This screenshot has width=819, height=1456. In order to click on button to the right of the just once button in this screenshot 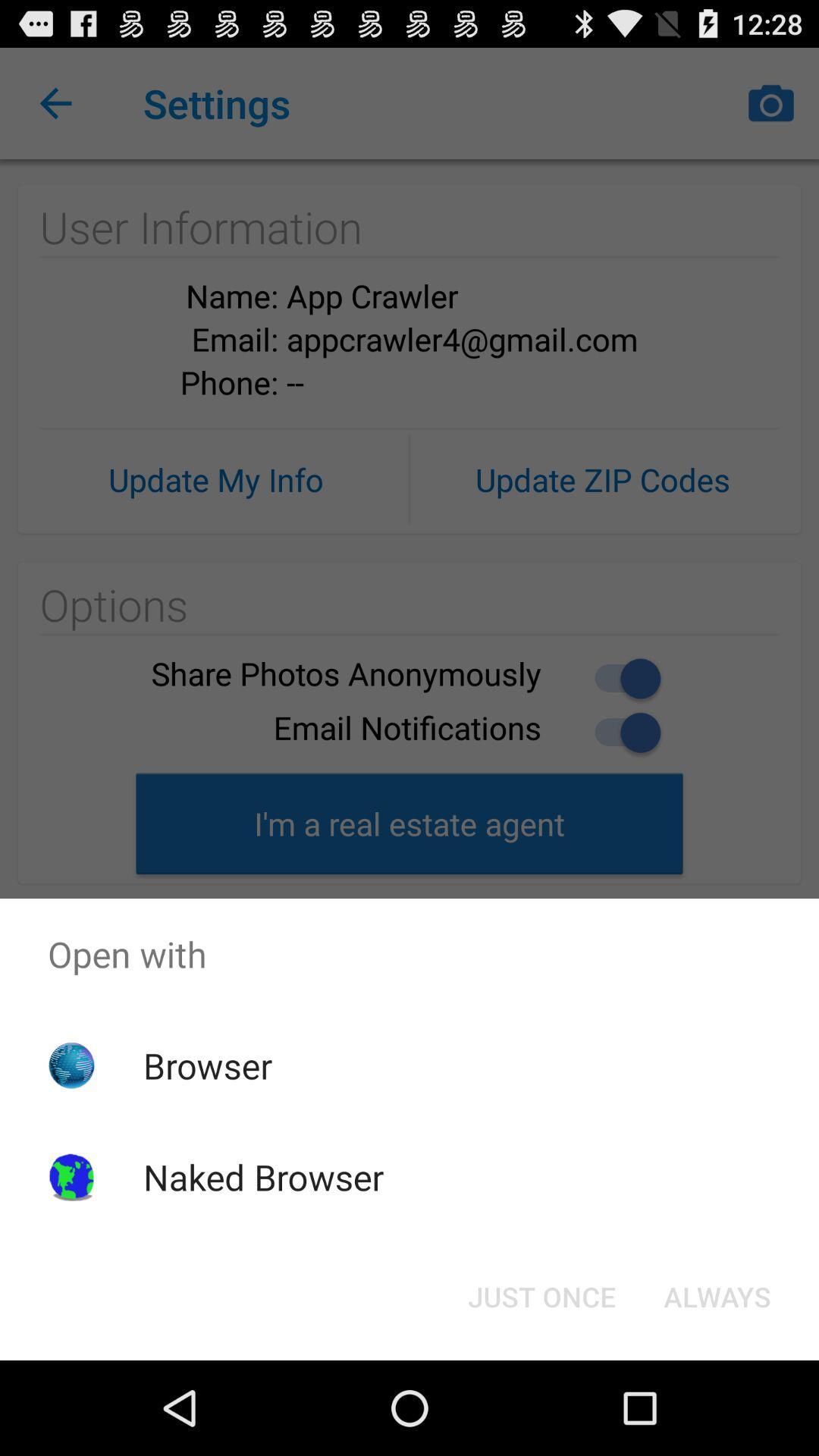, I will do `click(717, 1295)`.